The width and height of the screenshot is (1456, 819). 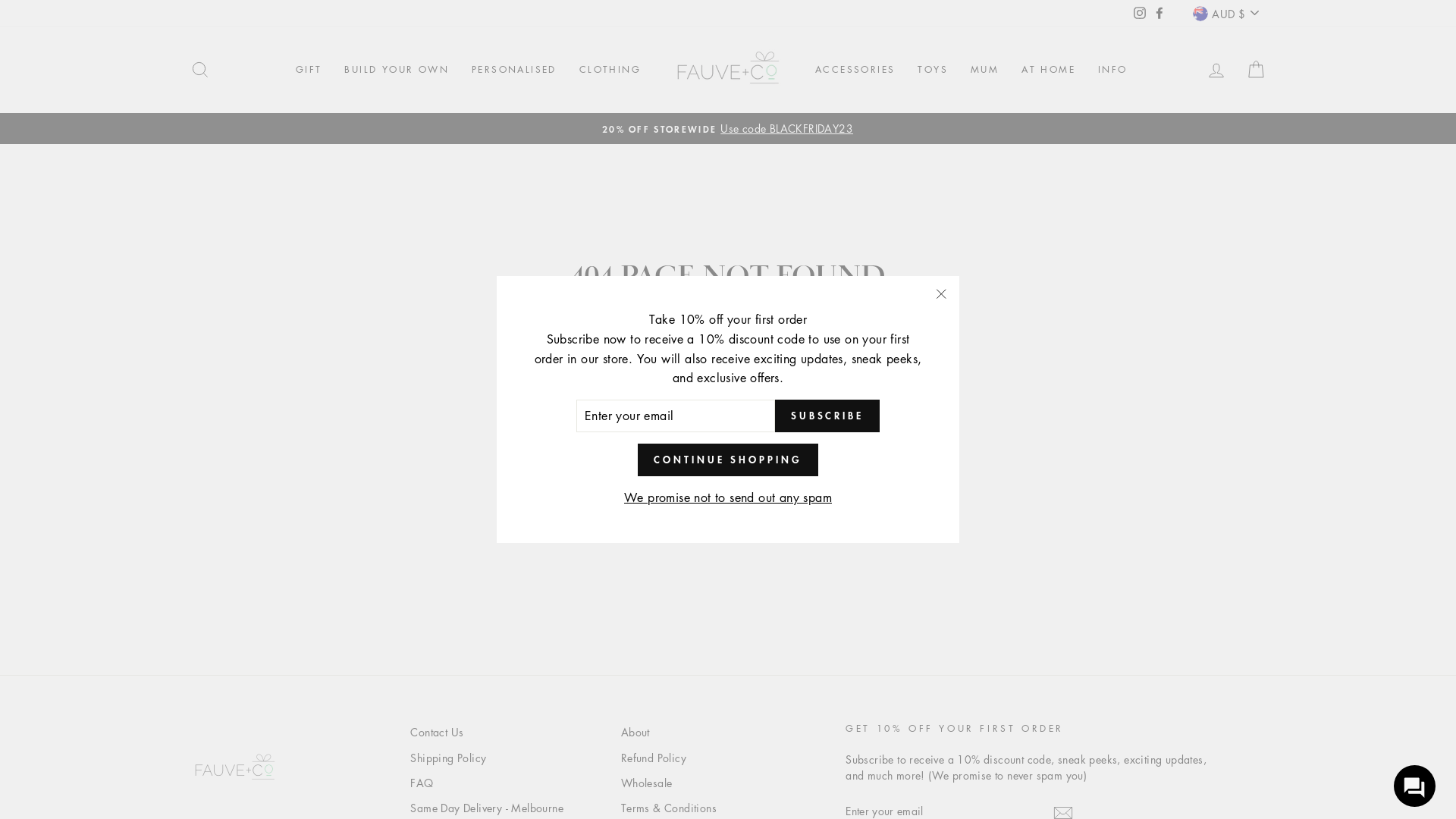 I want to click on 'About', so click(x=635, y=731).